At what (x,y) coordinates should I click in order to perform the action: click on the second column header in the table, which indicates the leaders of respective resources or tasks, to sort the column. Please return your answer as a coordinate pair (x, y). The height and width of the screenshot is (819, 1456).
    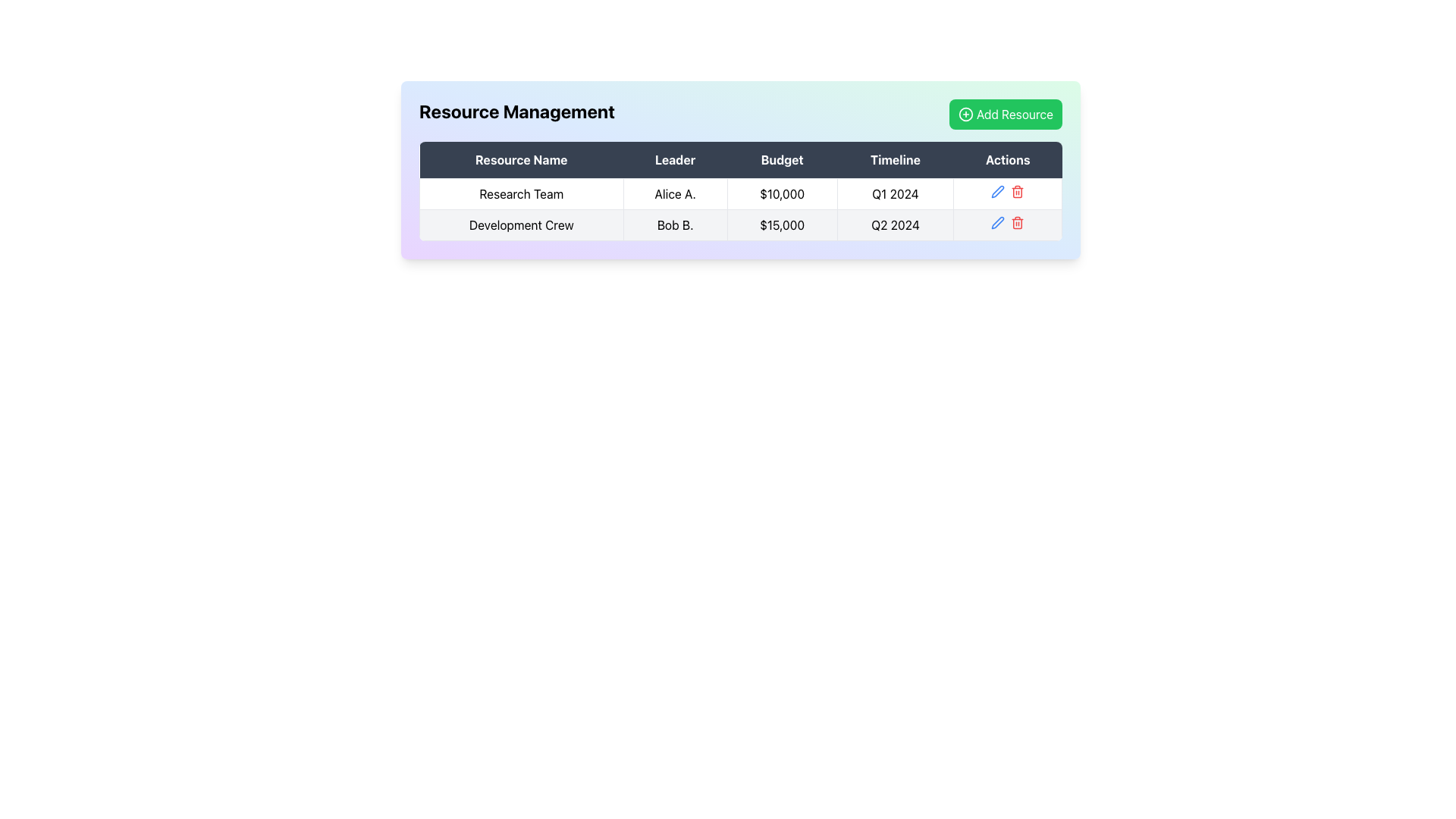
    Looking at the image, I should click on (674, 160).